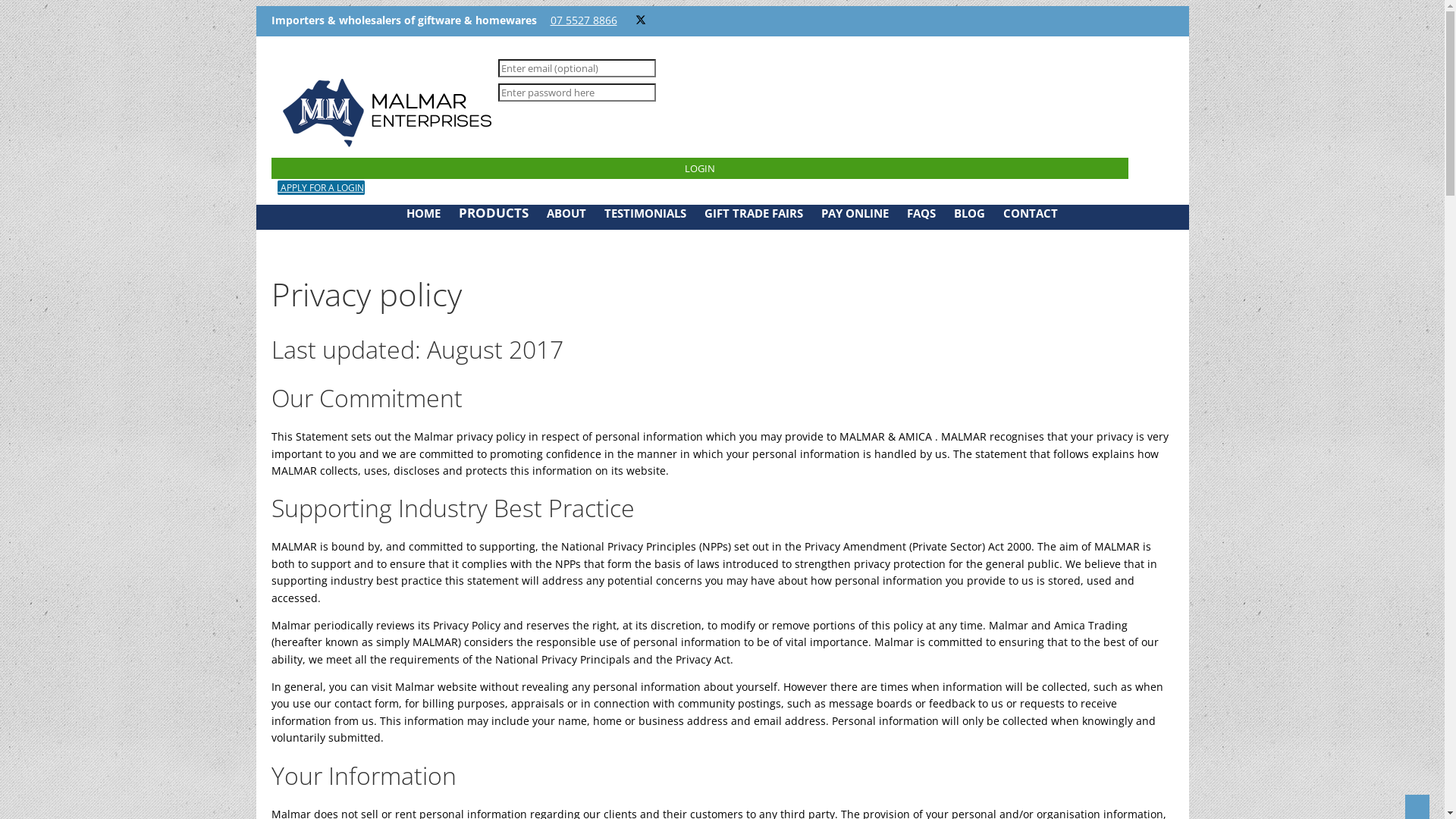  What do you see at coordinates (320, 187) in the screenshot?
I see `'APPLY FOR A LOGIN'` at bounding box center [320, 187].